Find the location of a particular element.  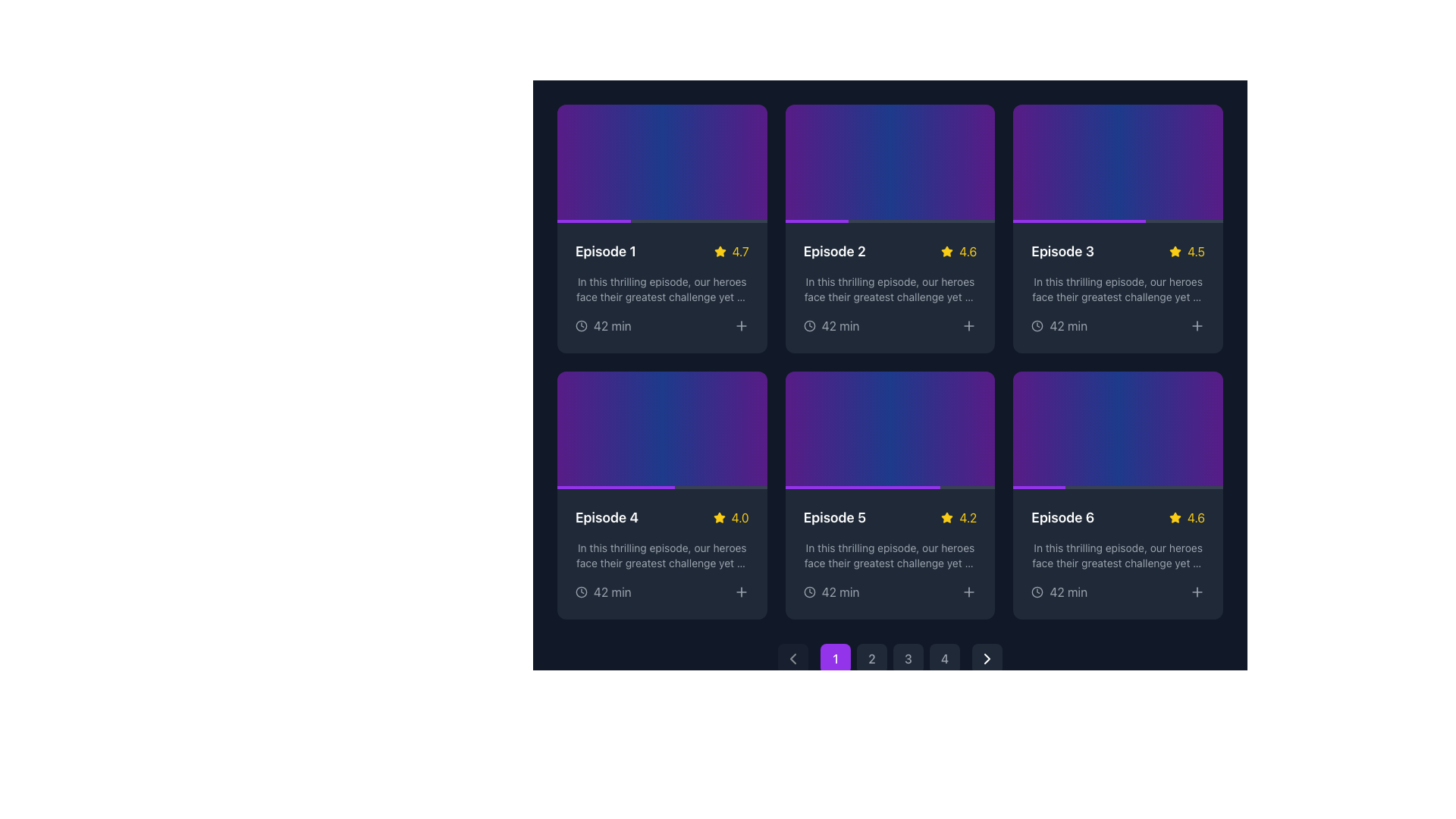

the clock icon representing the duration of Episode 6, located in the bottom-right area of the episode card next to '42 min' is located at coordinates (1037, 591).